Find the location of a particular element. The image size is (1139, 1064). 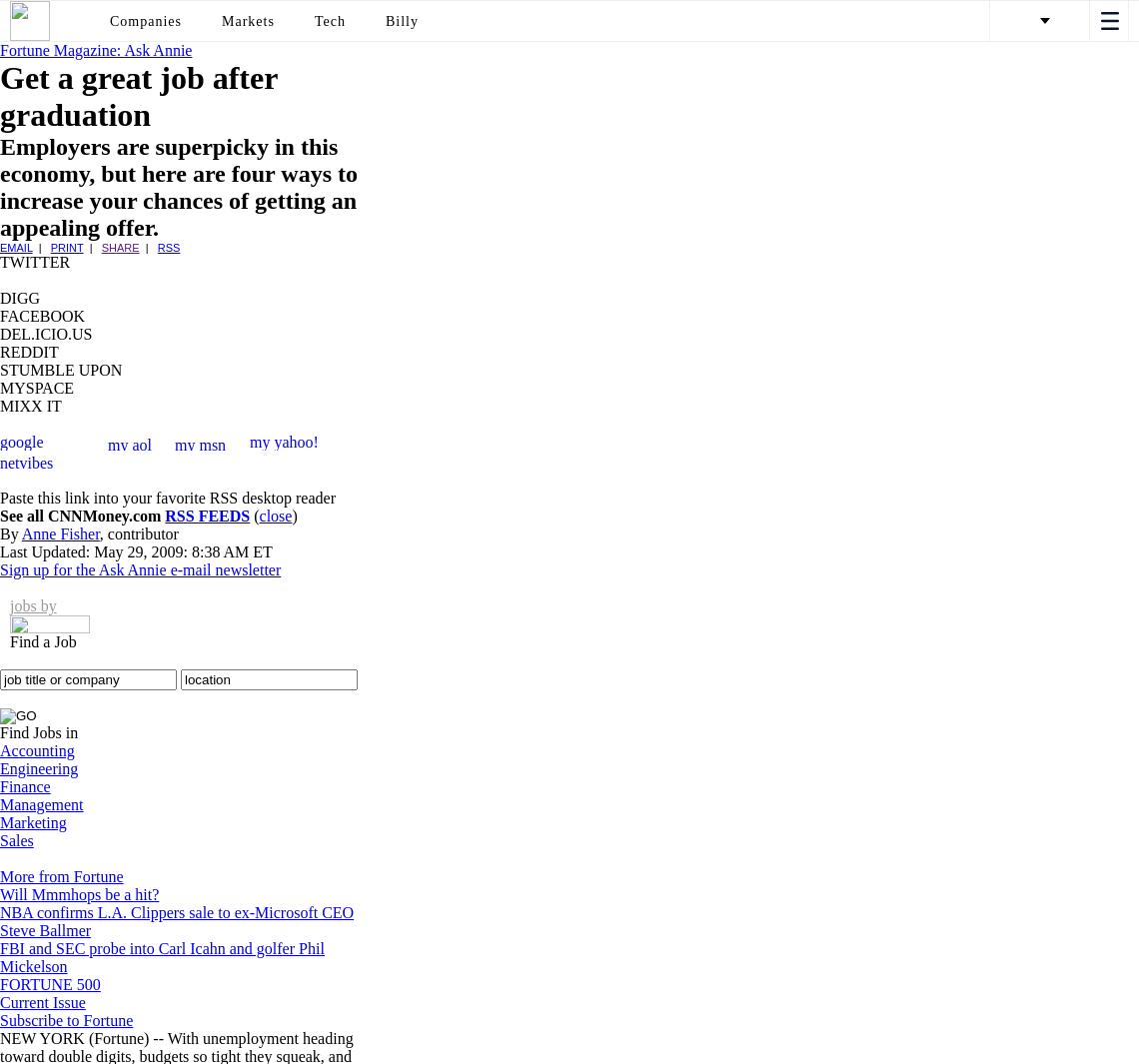

'FORTUNE 500' is located at coordinates (50, 984).